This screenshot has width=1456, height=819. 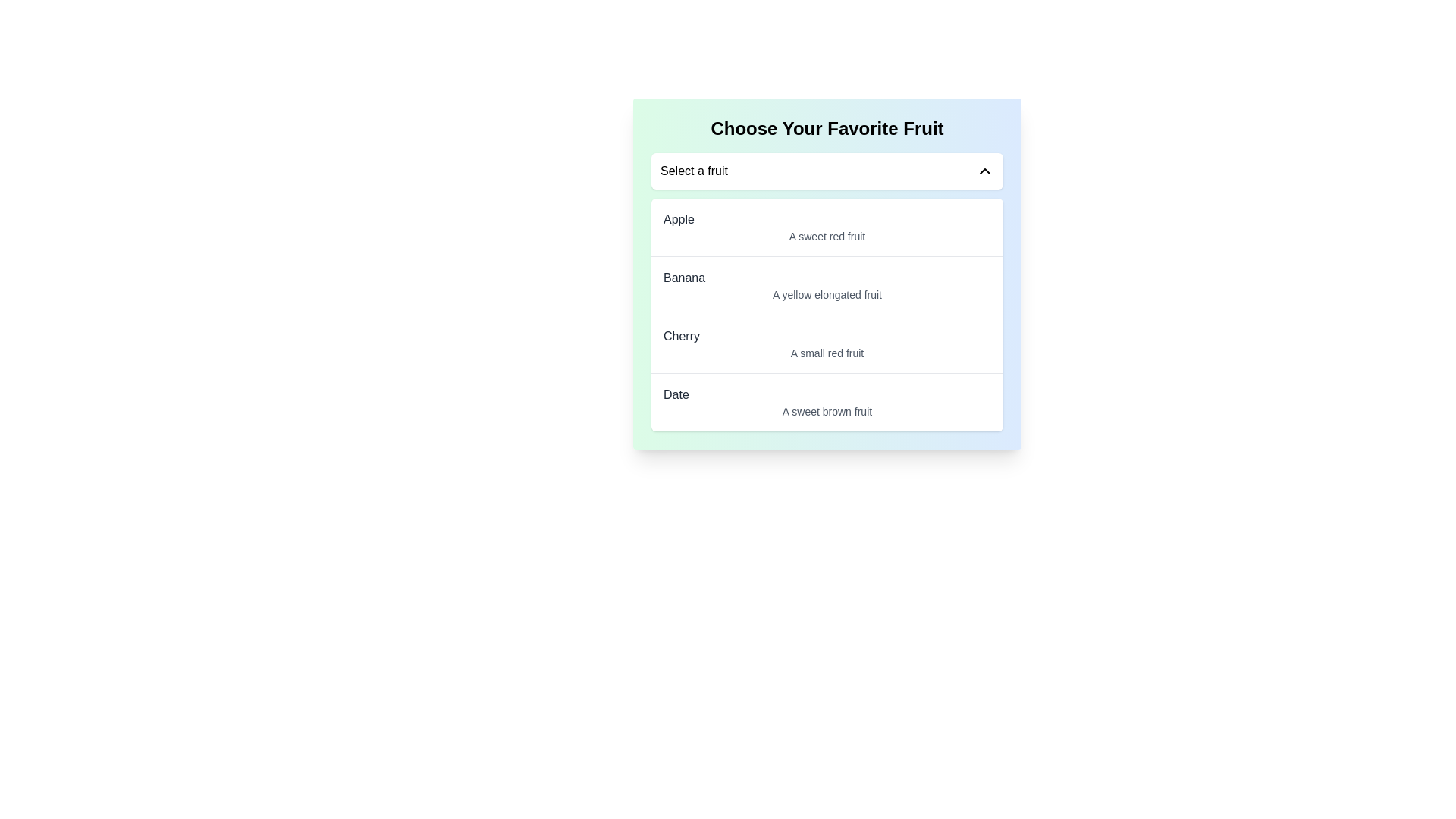 I want to click on the text label indicating the third option of the selection list titled 'Choose Your Favorite Fruit', so click(x=826, y=335).